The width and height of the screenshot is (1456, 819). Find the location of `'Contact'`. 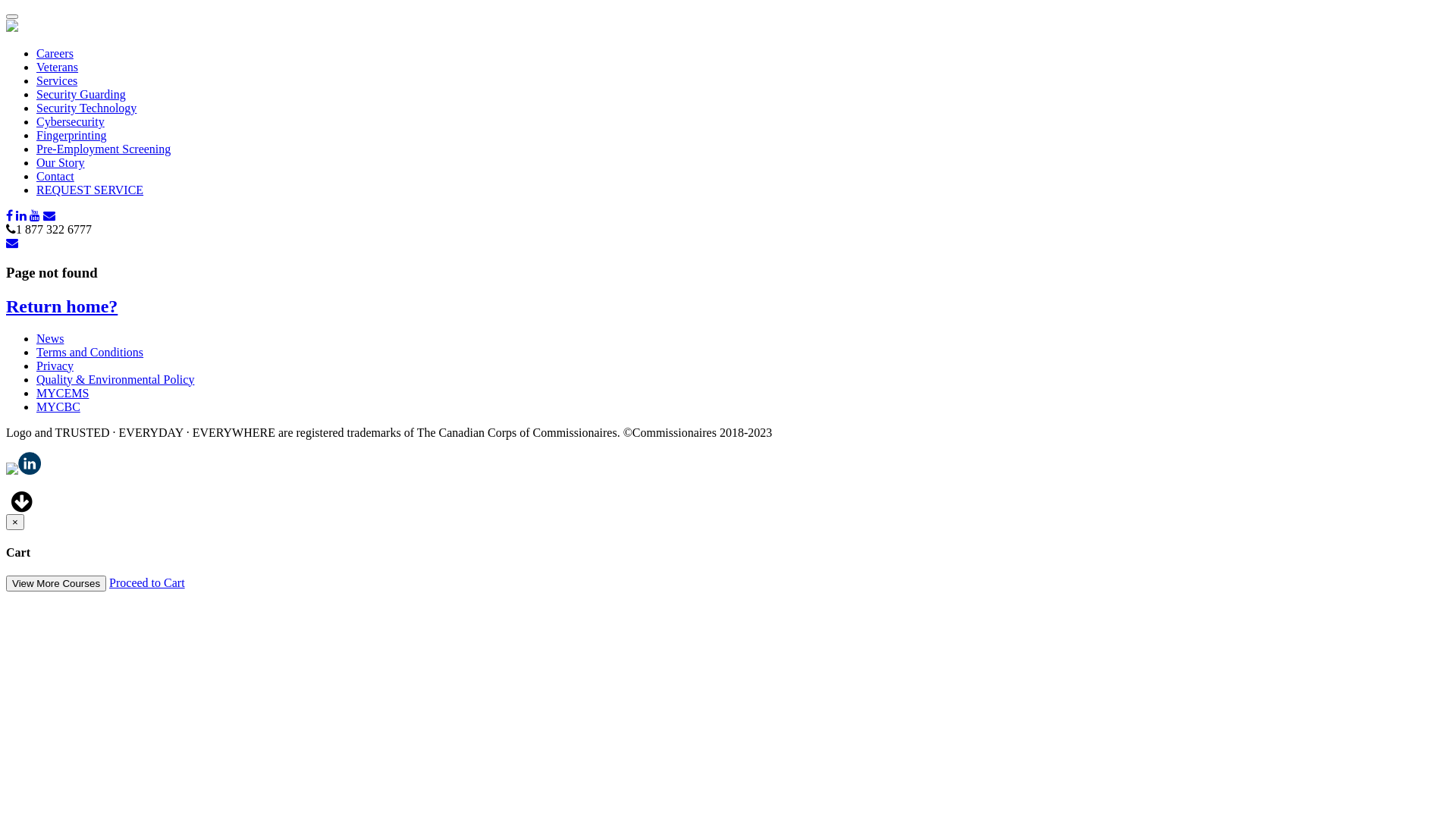

'Contact' is located at coordinates (55, 175).